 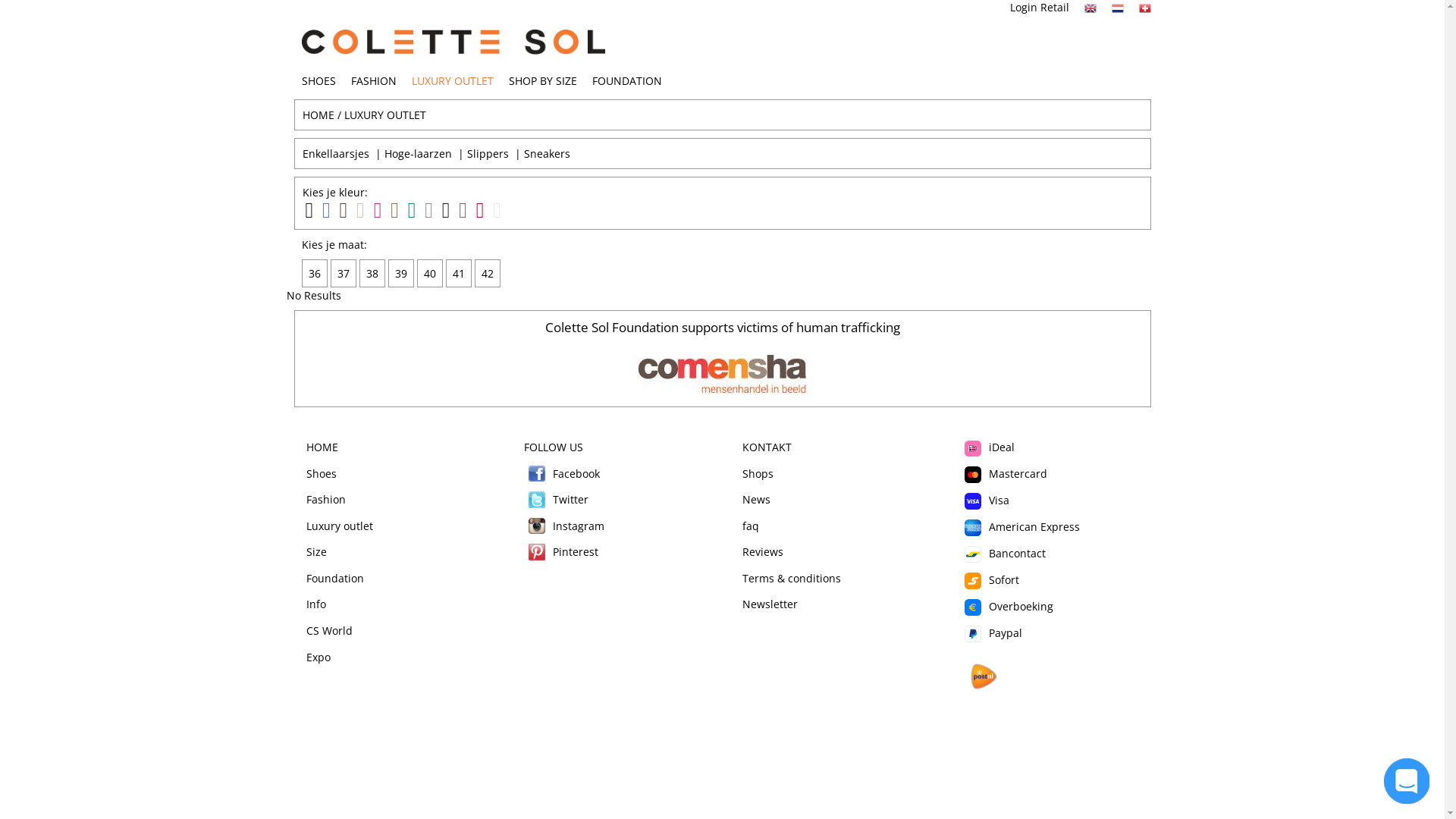 I want to click on ' Instagram', so click(x=563, y=525).